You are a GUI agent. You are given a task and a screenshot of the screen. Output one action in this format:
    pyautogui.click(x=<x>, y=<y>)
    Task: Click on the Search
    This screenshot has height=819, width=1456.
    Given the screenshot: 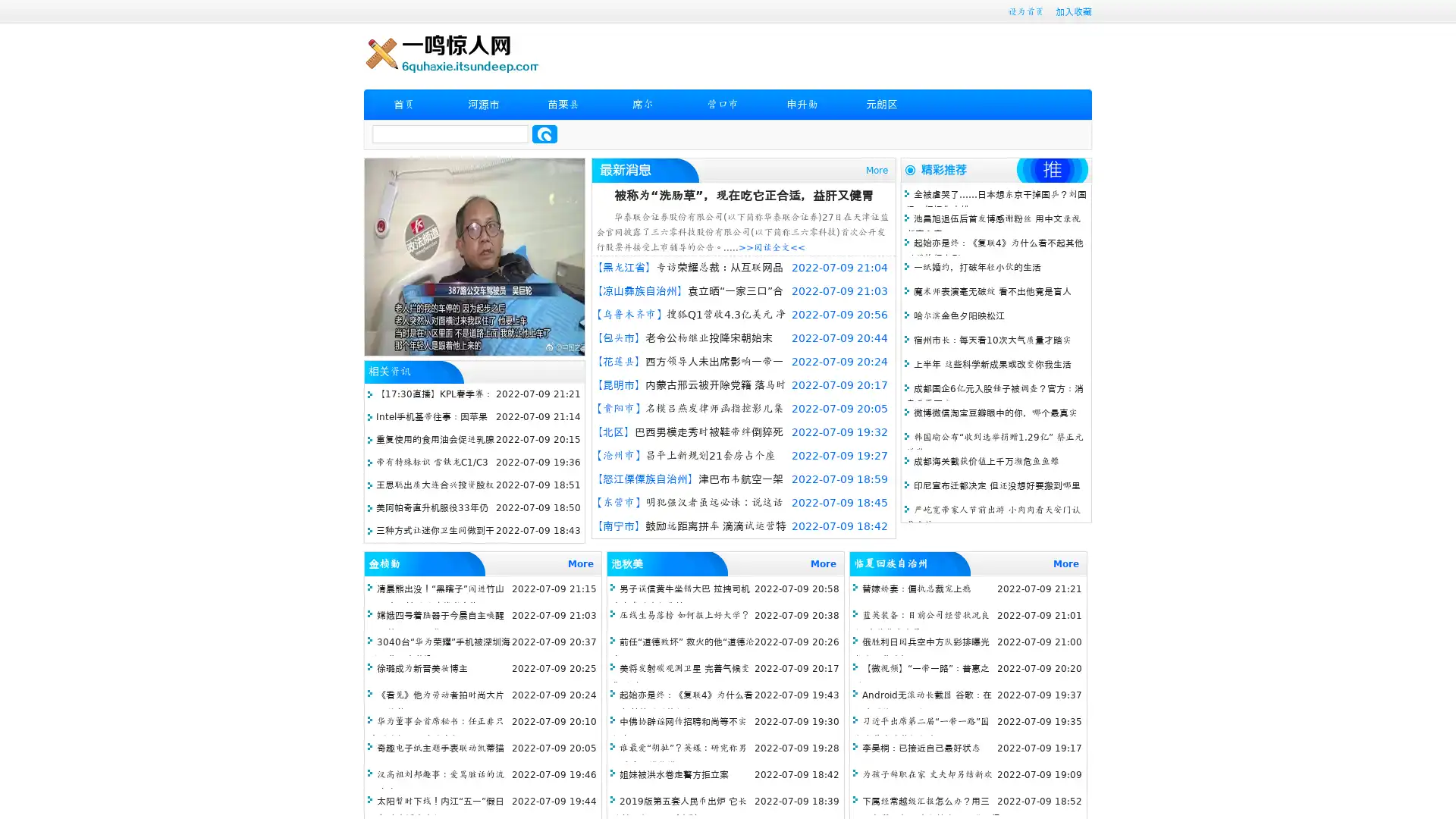 What is the action you would take?
    pyautogui.click(x=544, y=133)
    